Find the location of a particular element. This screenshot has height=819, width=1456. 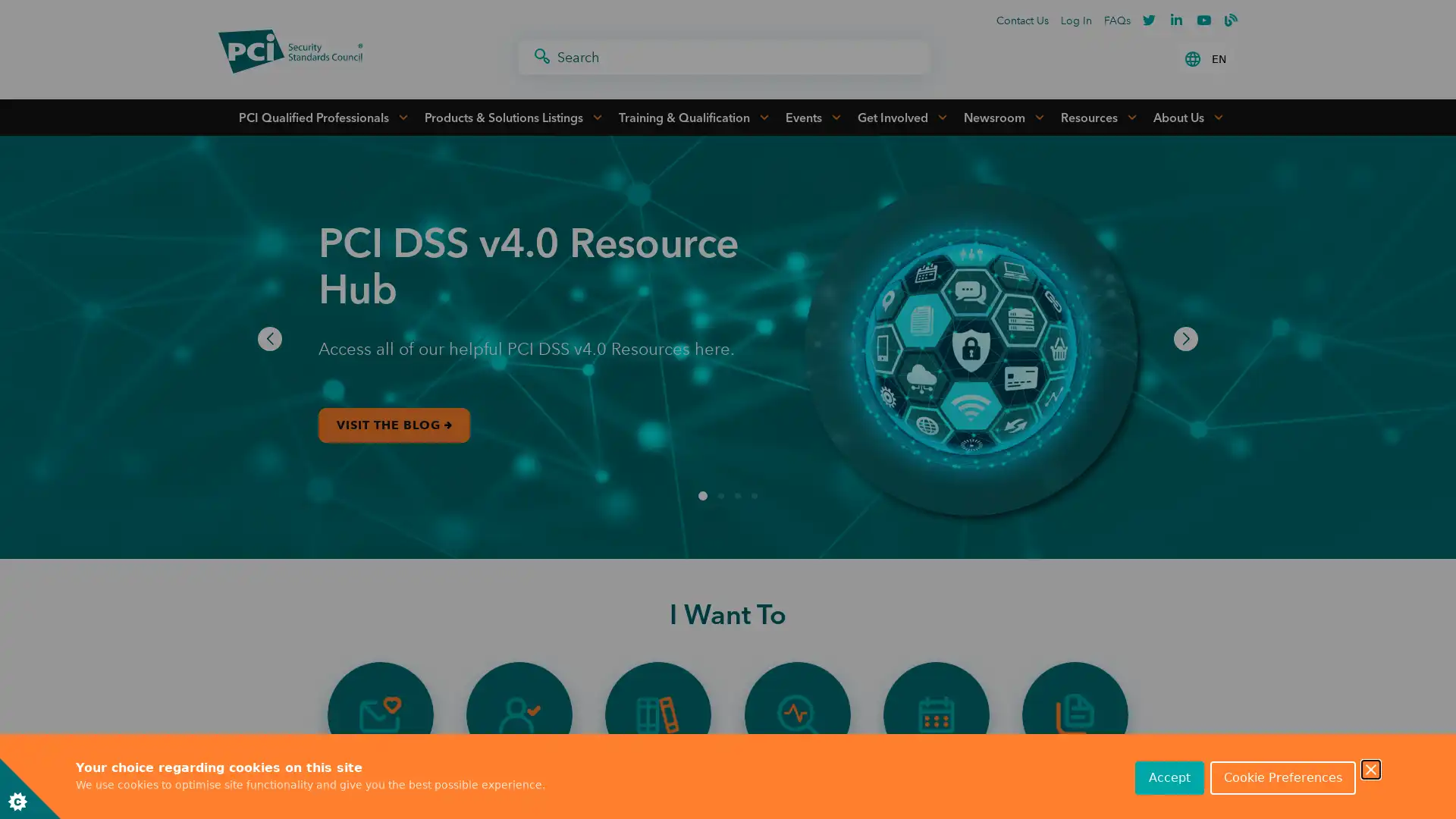

Go to slide 2 is located at coordinates (720, 496).